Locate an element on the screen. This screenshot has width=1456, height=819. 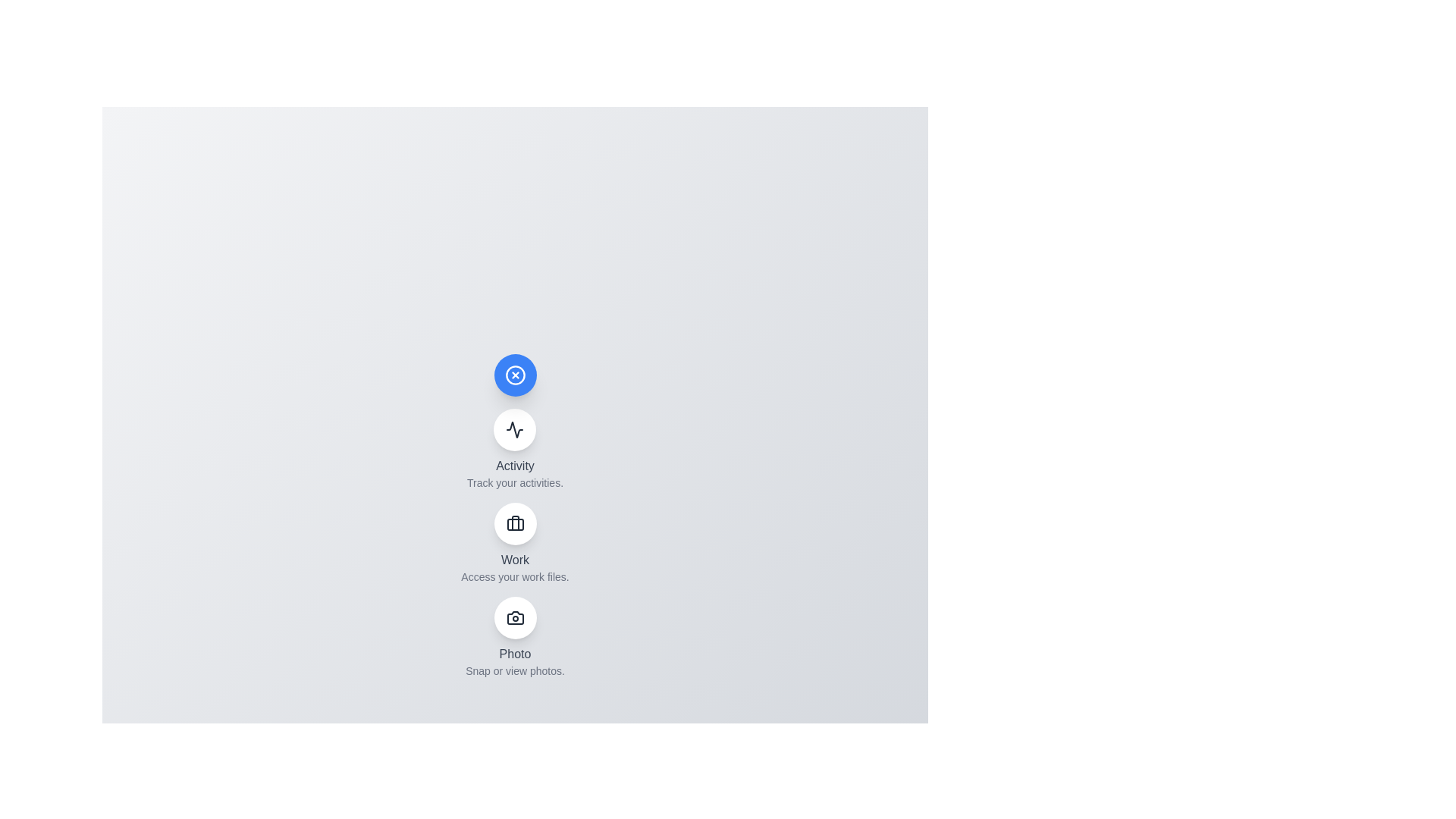
the main button to toggle the menu is located at coordinates (515, 375).